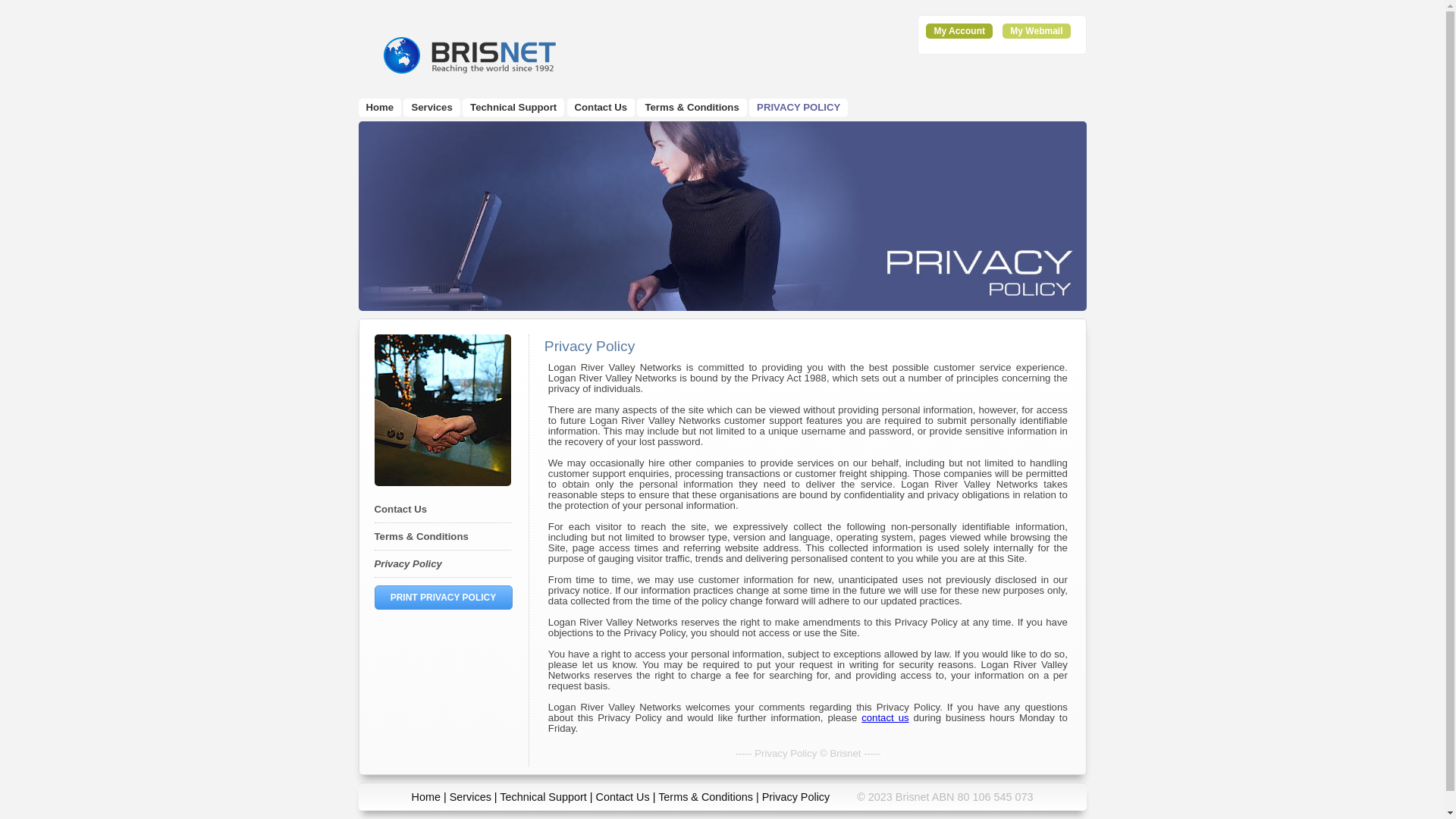 The height and width of the screenshot is (819, 1456). What do you see at coordinates (469, 795) in the screenshot?
I see `'Services'` at bounding box center [469, 795].